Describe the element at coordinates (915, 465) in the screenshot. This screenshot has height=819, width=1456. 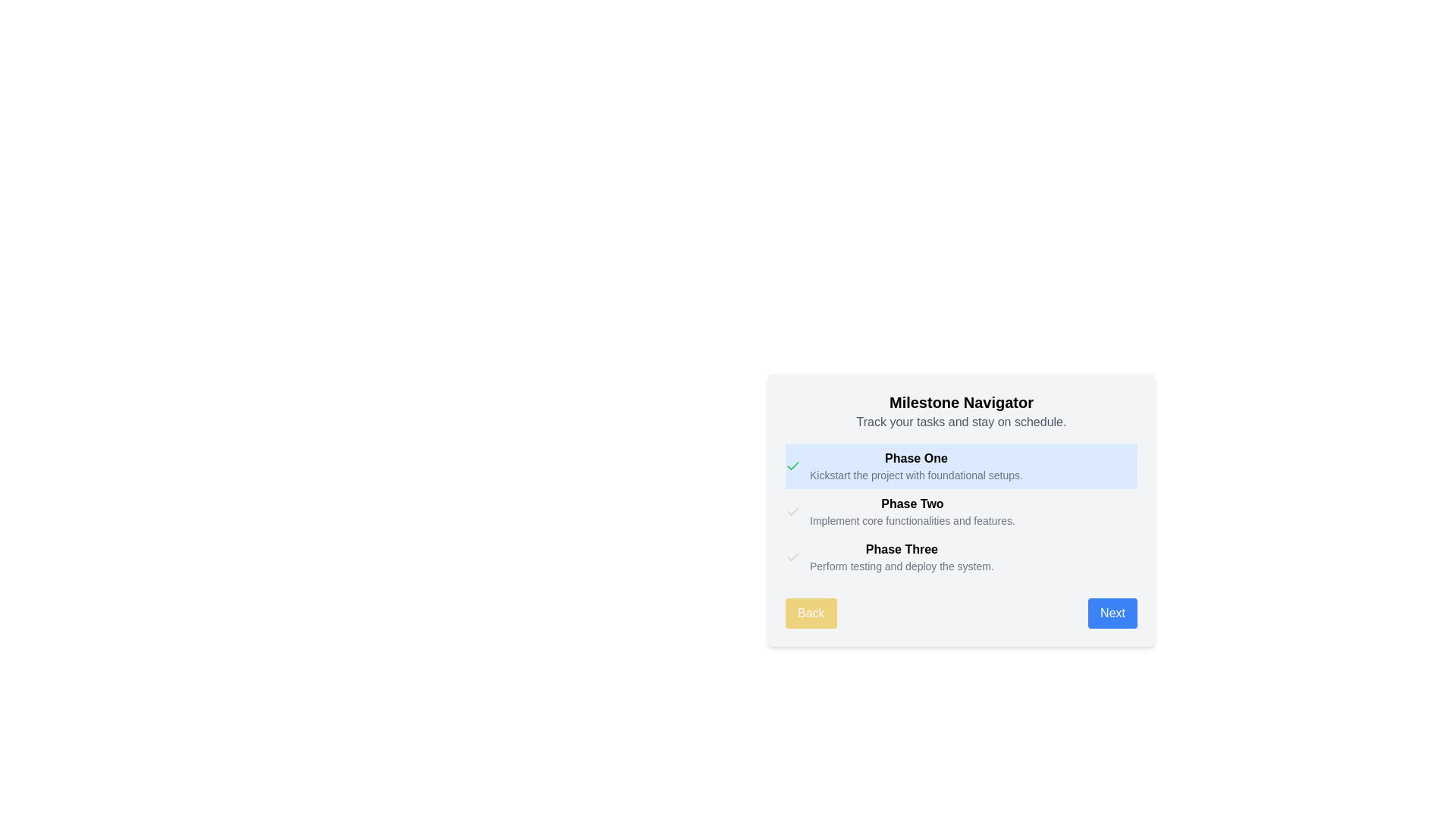
I see `the Static Text Block labeled 'Phase One' which displays the message 'Kickstart the project with foundational setups.'` at that location.